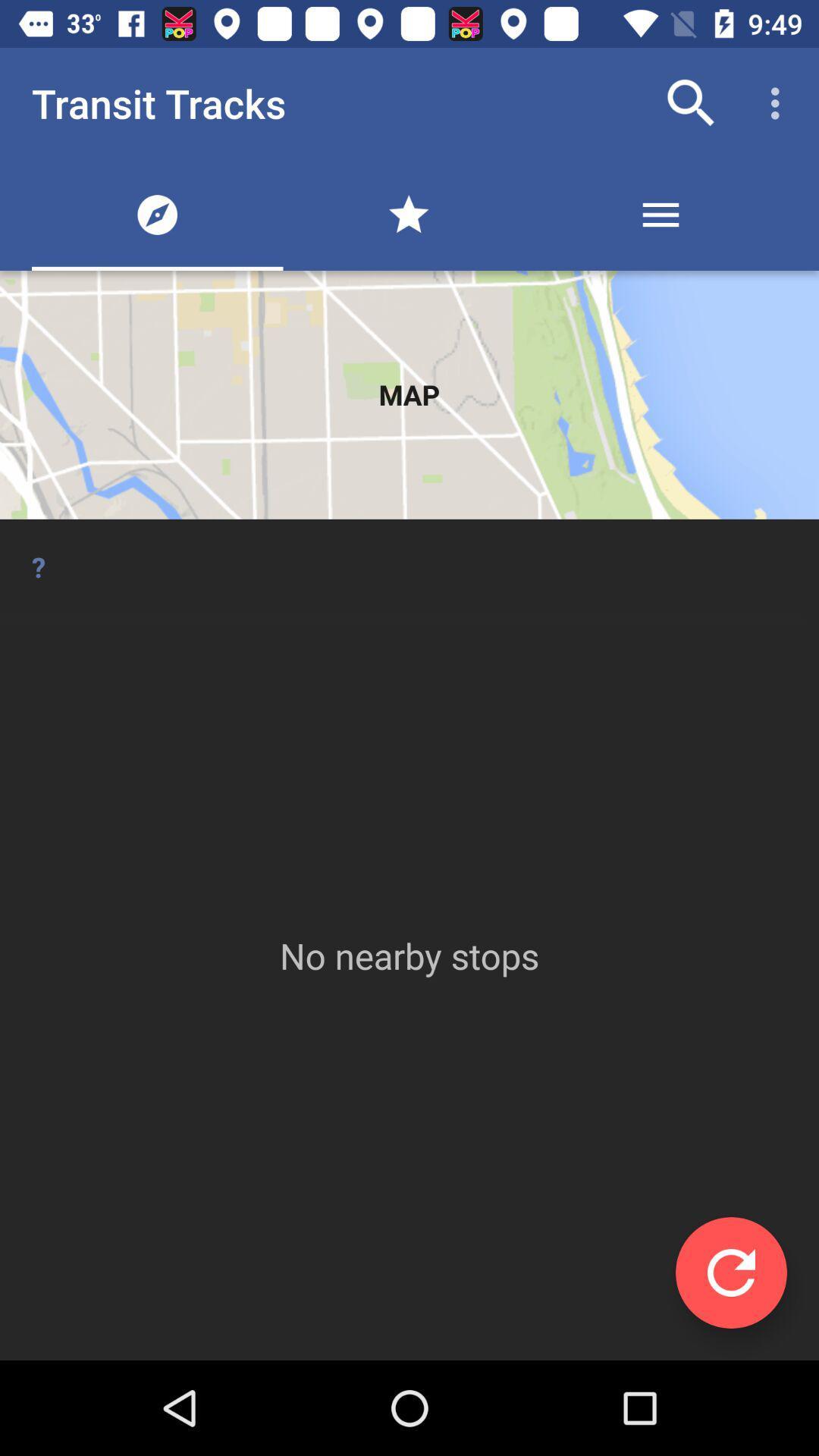 Image resolution: width=819 pixels, height=1456 pixels. Describe the element at coordinates (157, 214) in the screenshot. I see `the first icon below transit tracks` at that location.